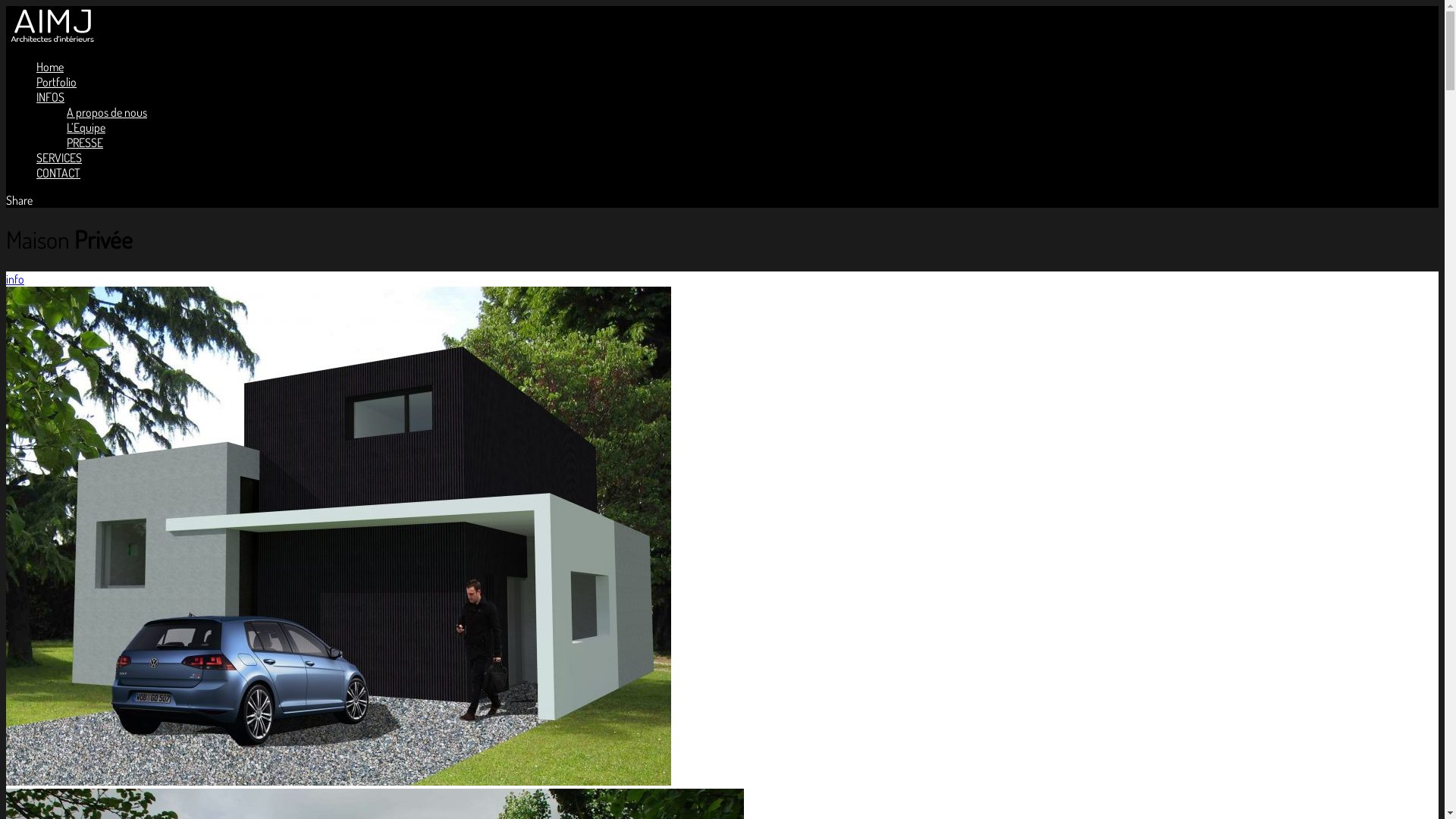 Image resolution: width=1456 pixels, height=819 pixels. What do you see at coordinates (56, 82) in the screenshot?
I see `'Portfolio'` at bounding box center [56, 82].